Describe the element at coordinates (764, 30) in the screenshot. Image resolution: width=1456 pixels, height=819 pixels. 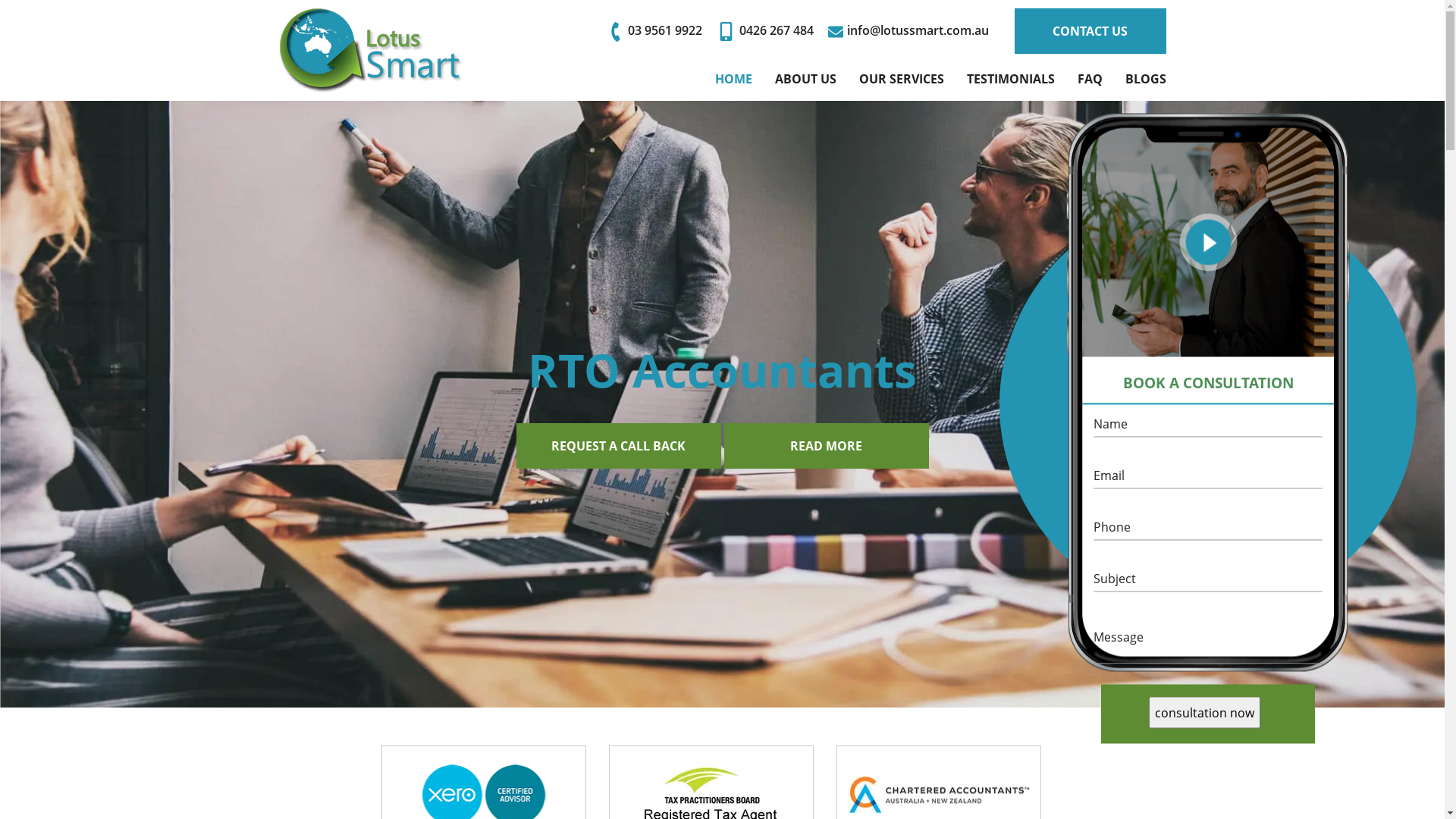
I see `'0426 267 484'` at that location.